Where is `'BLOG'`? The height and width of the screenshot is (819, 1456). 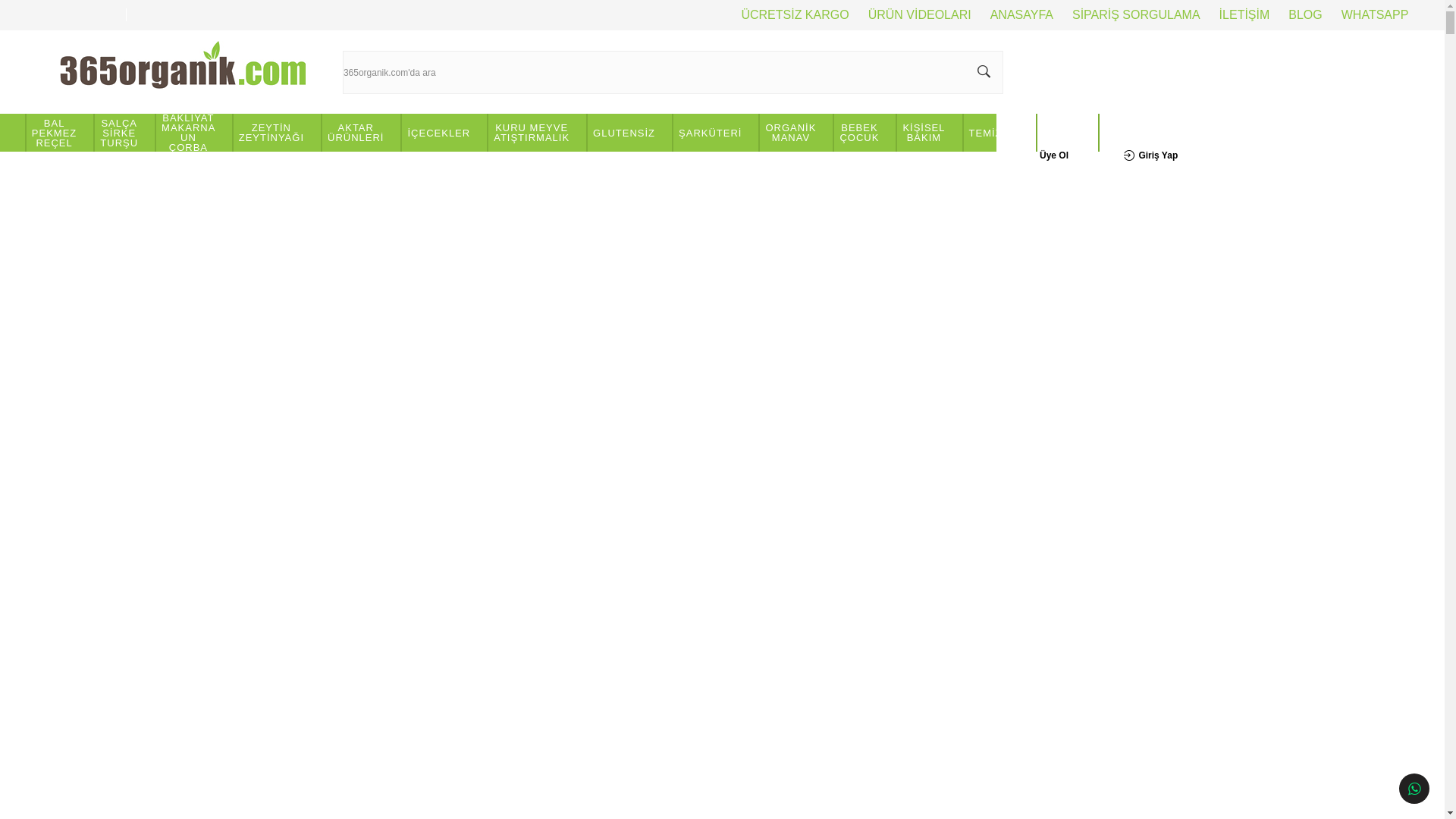
'BLOG' is located at coordinates (1294, 14).